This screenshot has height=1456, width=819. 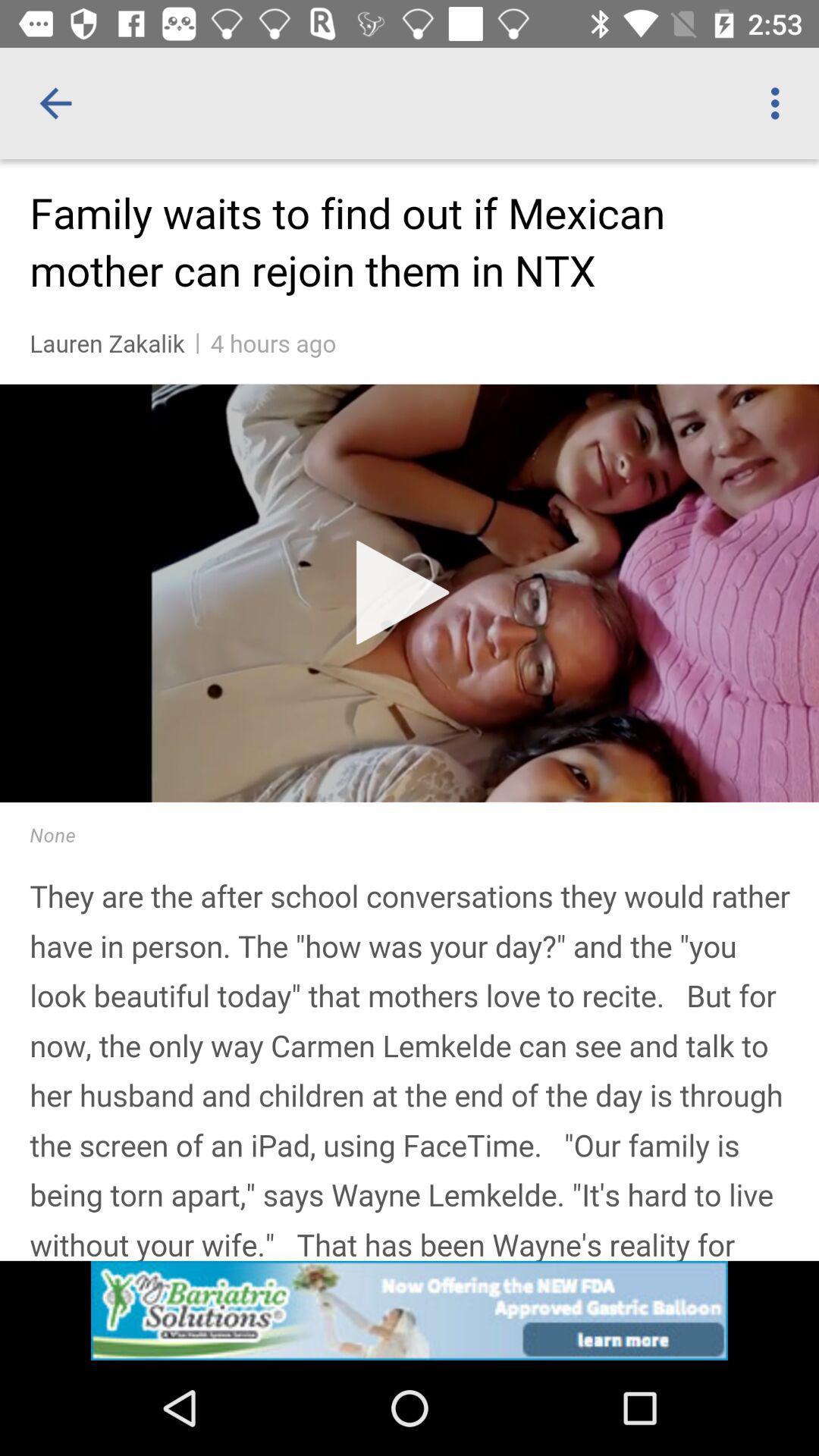 What do you see at coordinates (409, 760) in the screenshot?
I see `content area` at bounding box center [409, 760].